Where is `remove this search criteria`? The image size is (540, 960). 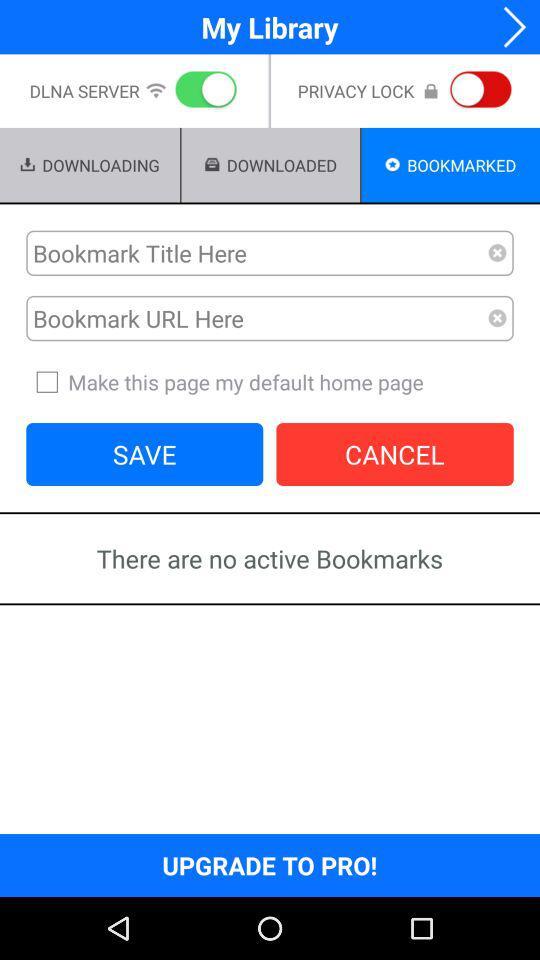 remove this search criteria is located at coordinates (496, 252).